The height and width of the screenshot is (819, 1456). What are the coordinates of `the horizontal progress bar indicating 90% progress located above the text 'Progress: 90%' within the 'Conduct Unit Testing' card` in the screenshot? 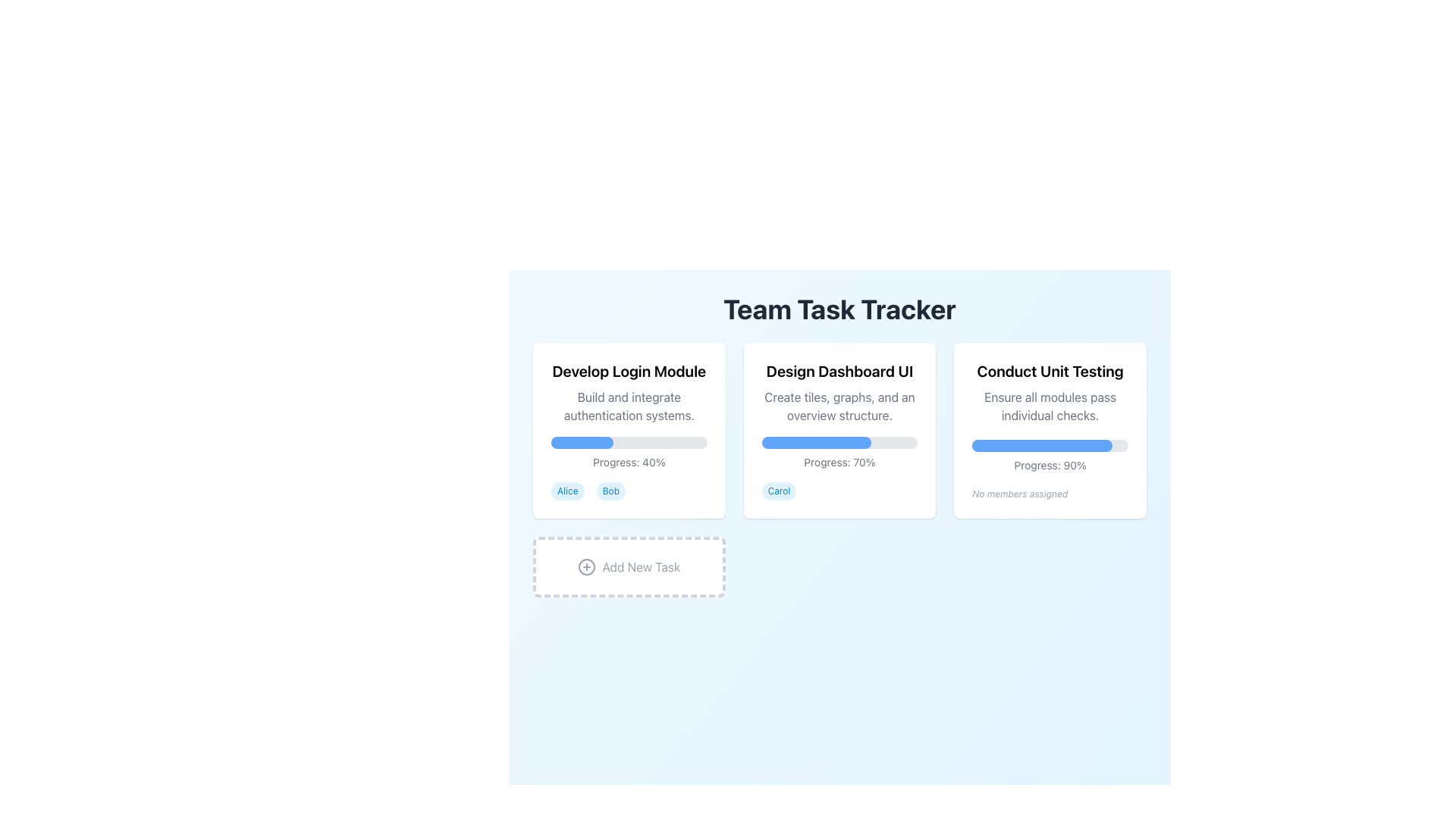 It's located at (1050, 444).